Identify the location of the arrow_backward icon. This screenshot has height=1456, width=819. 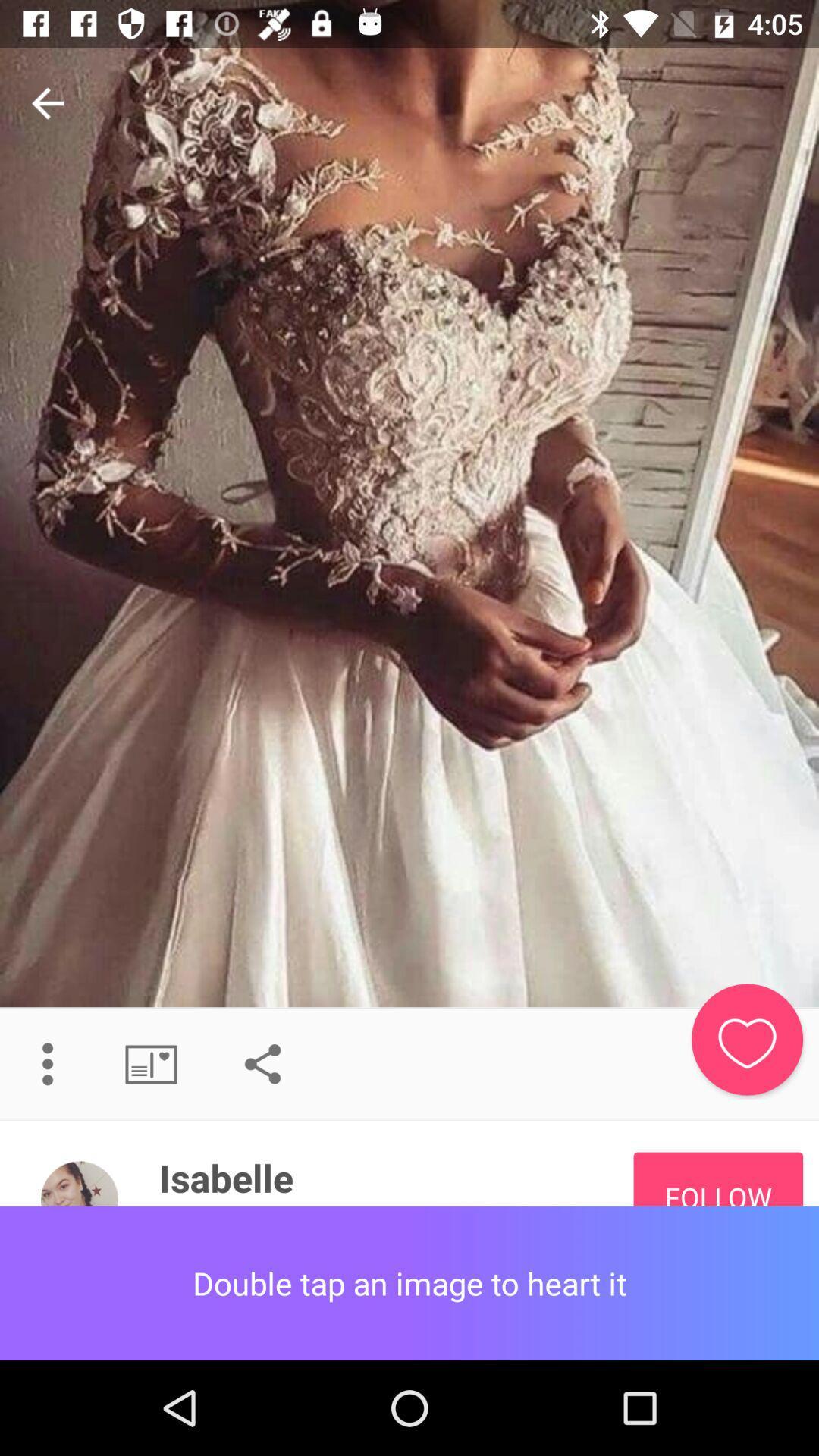
(46, 102).